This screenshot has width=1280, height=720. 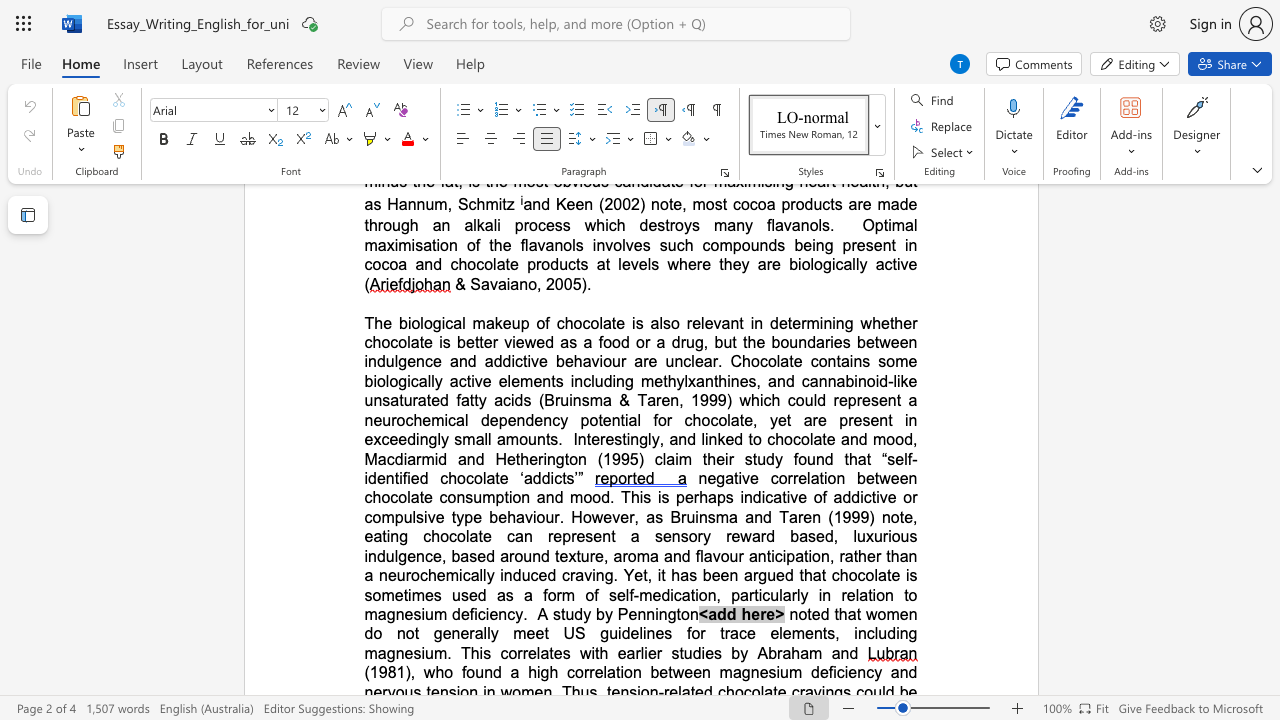 What do you see at coordinates (372, 496) in the screenshot?
I see `the space between the continuous character "c" and "h" in the text` at bounding box center [372, 496].